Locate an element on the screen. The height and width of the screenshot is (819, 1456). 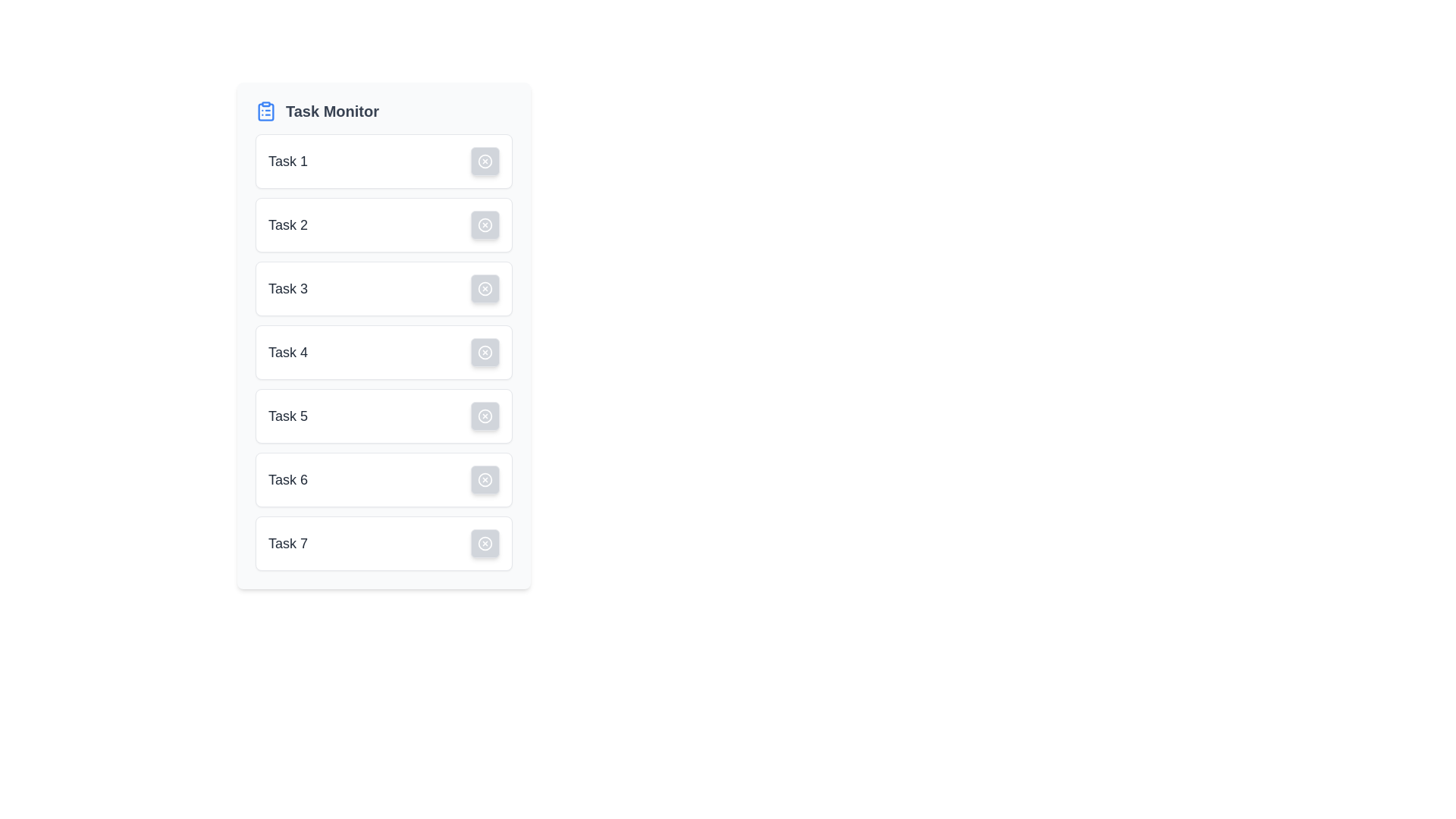
the text label displaying 'Task 1', which is styled in a larger font size and bold to emphasize its content, located in the top-left quadrant of the task info block is located at coordinates (287, 161).